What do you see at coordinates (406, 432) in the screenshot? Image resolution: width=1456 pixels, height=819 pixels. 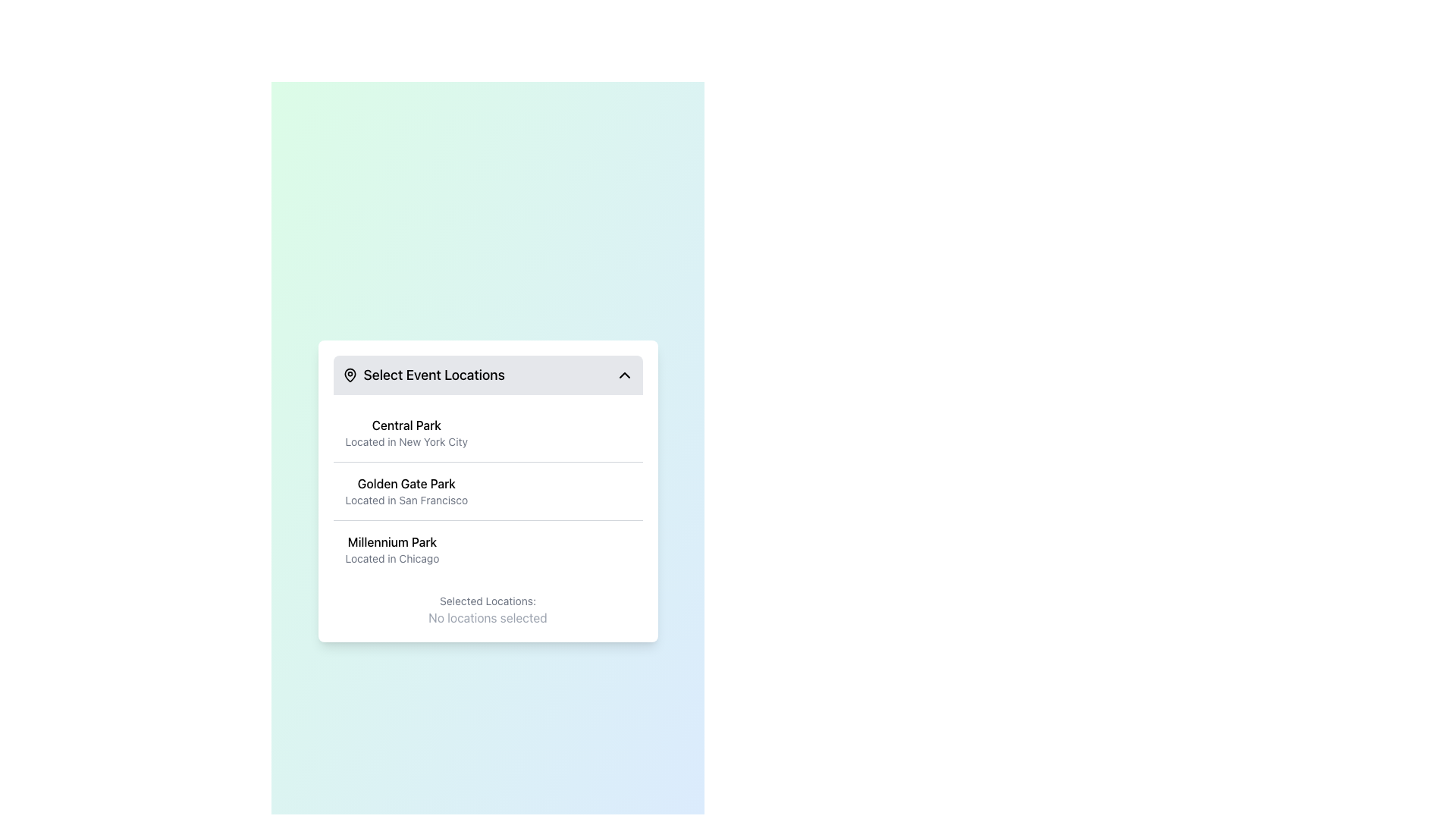 I see `the text element 'Central Park' which is the first item in the list of locations under 'Select Event Locations'` at bounding box center [406, 432].